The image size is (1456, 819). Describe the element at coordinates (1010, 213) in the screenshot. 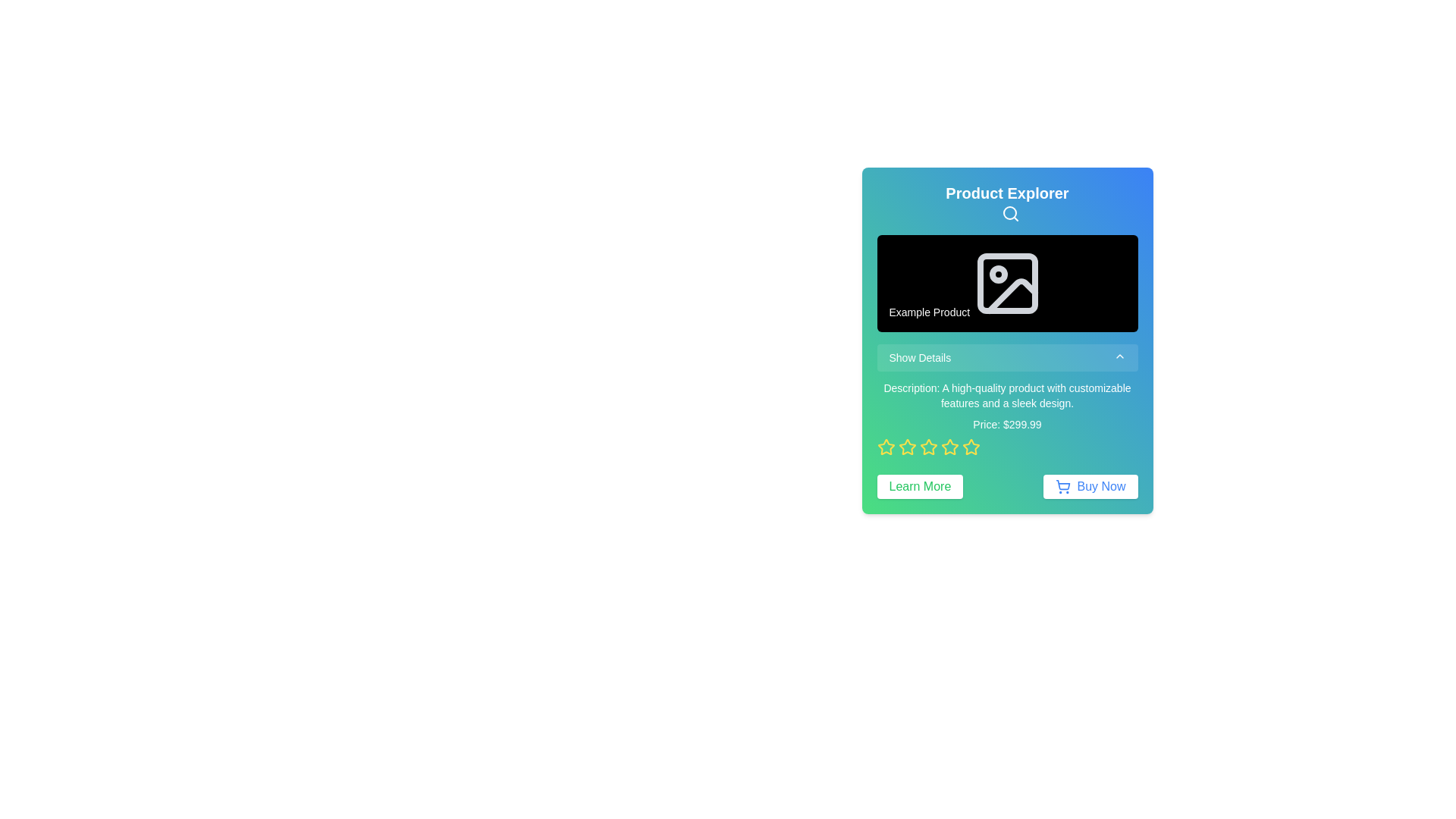

I see `the magnifying glass icon located below the 'Product Explorer' title text, which is styled with a circular frame and has a handle extending towards the bottom right` at that location.